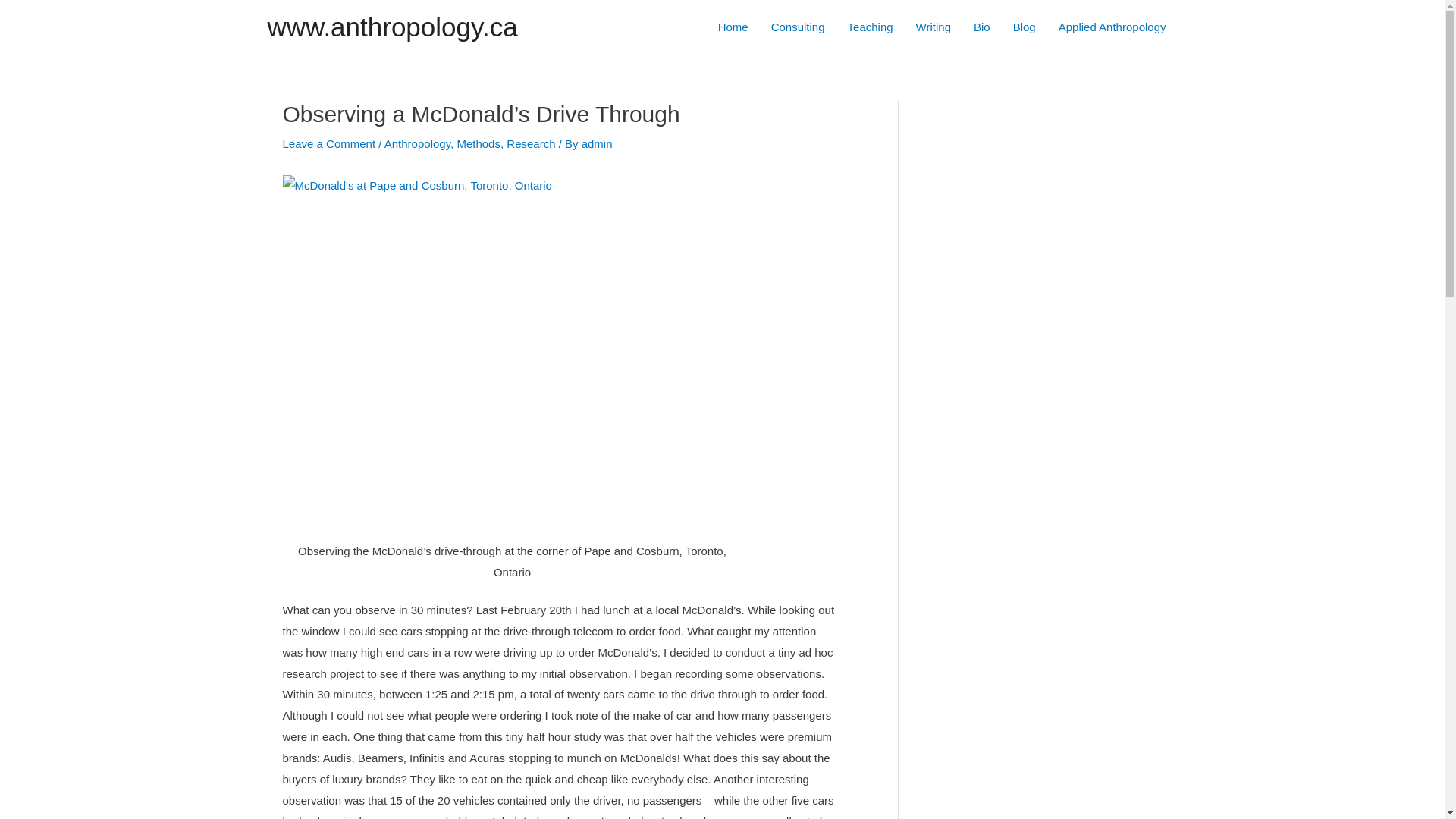  What do you see at coordinates (392, 27) in the screenshot?
I see `'www.anthropology.ca'` at bounding box center [392, 27].